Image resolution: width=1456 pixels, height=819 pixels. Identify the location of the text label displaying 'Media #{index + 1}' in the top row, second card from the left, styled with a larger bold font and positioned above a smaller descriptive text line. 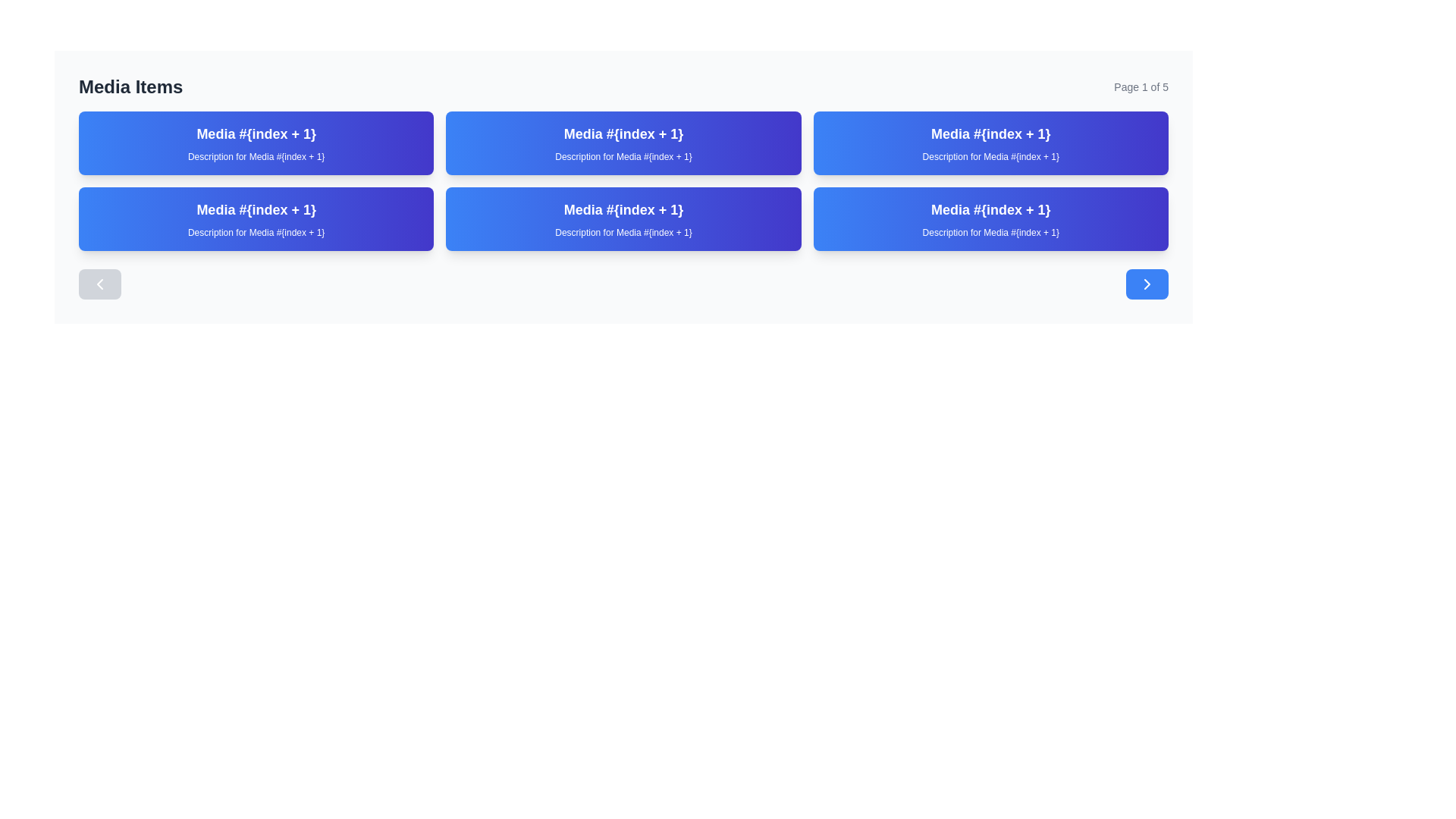
(623, 133).